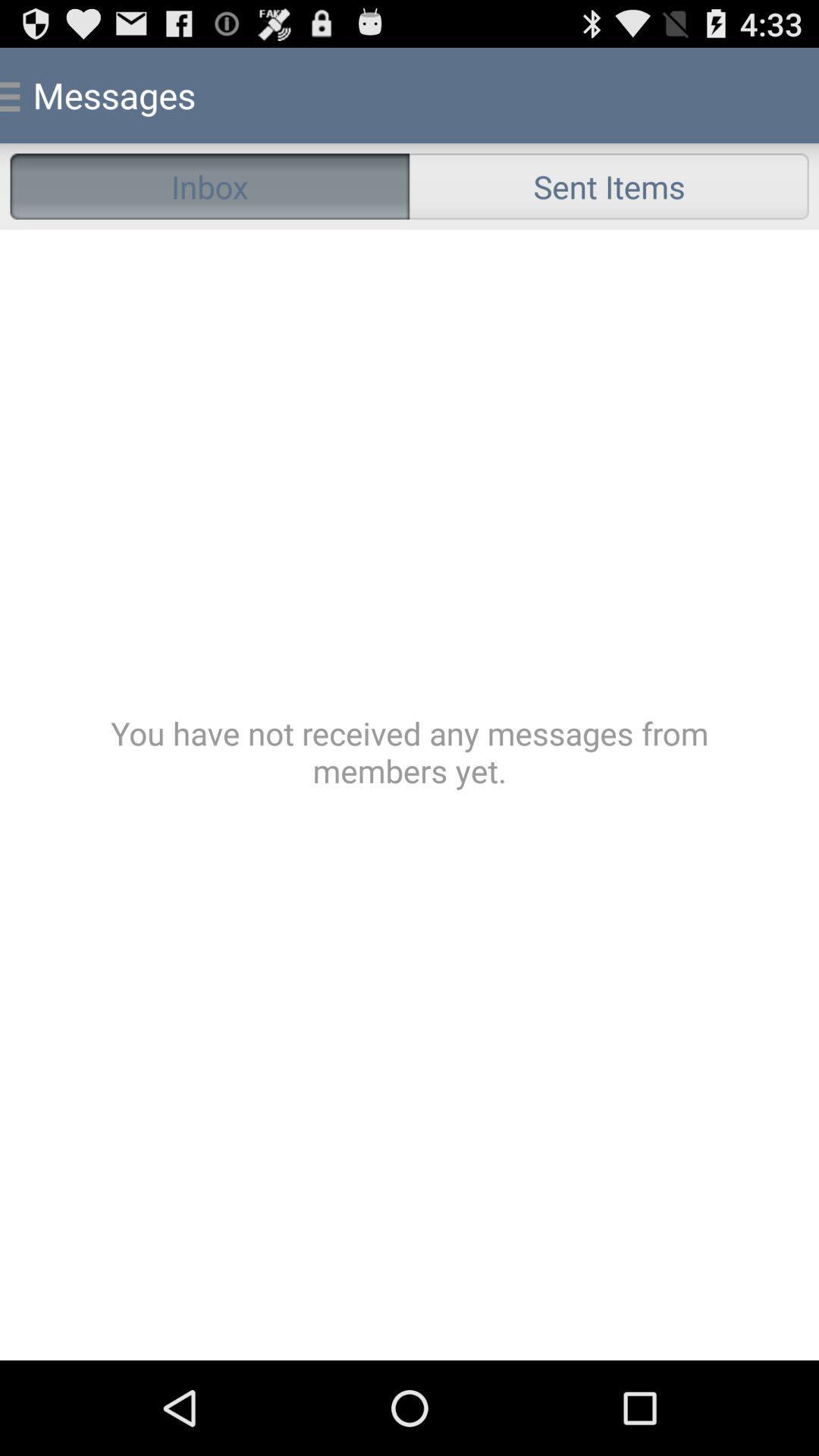  I want to click on check available messages, so click(409, 794).